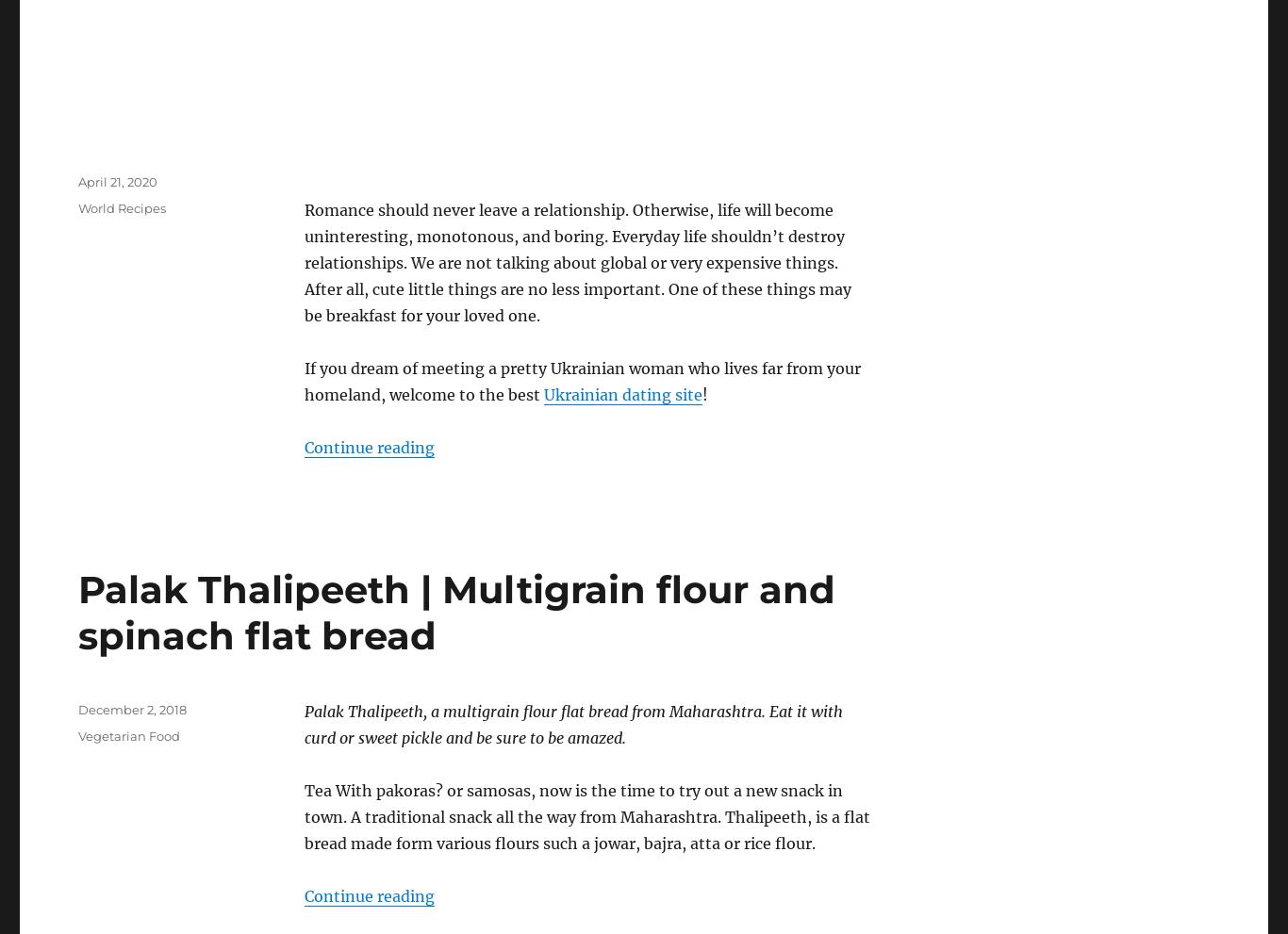 This screenshot has height=934, width=1288. What do you see at coordinates (128, 735) in the screenshot?
I see `'Vegetarian Food'` at bounding box center [128, 735].